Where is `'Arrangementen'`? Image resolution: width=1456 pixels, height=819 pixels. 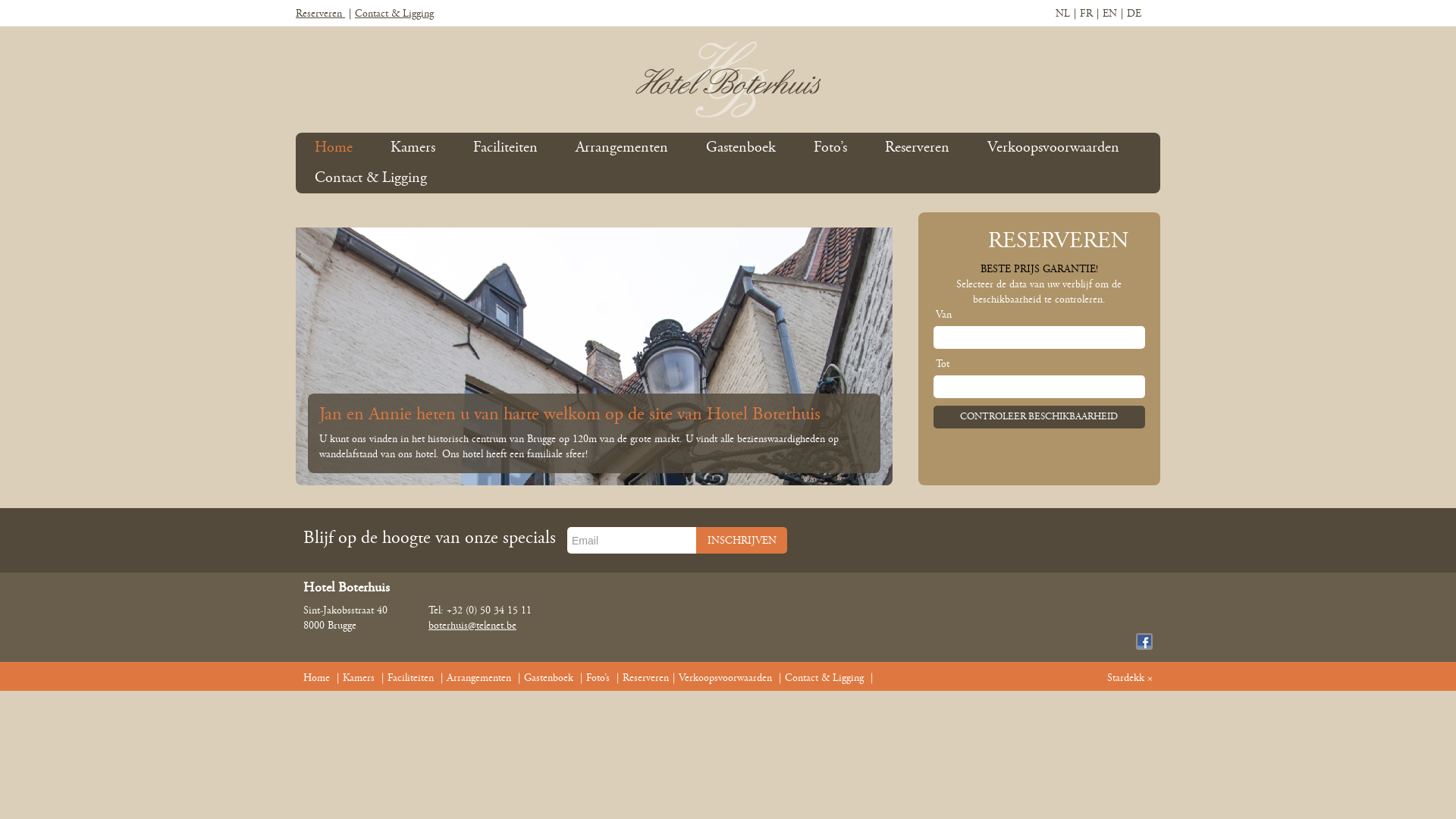
'Arrangementen' is located at coordinates (622, 148).